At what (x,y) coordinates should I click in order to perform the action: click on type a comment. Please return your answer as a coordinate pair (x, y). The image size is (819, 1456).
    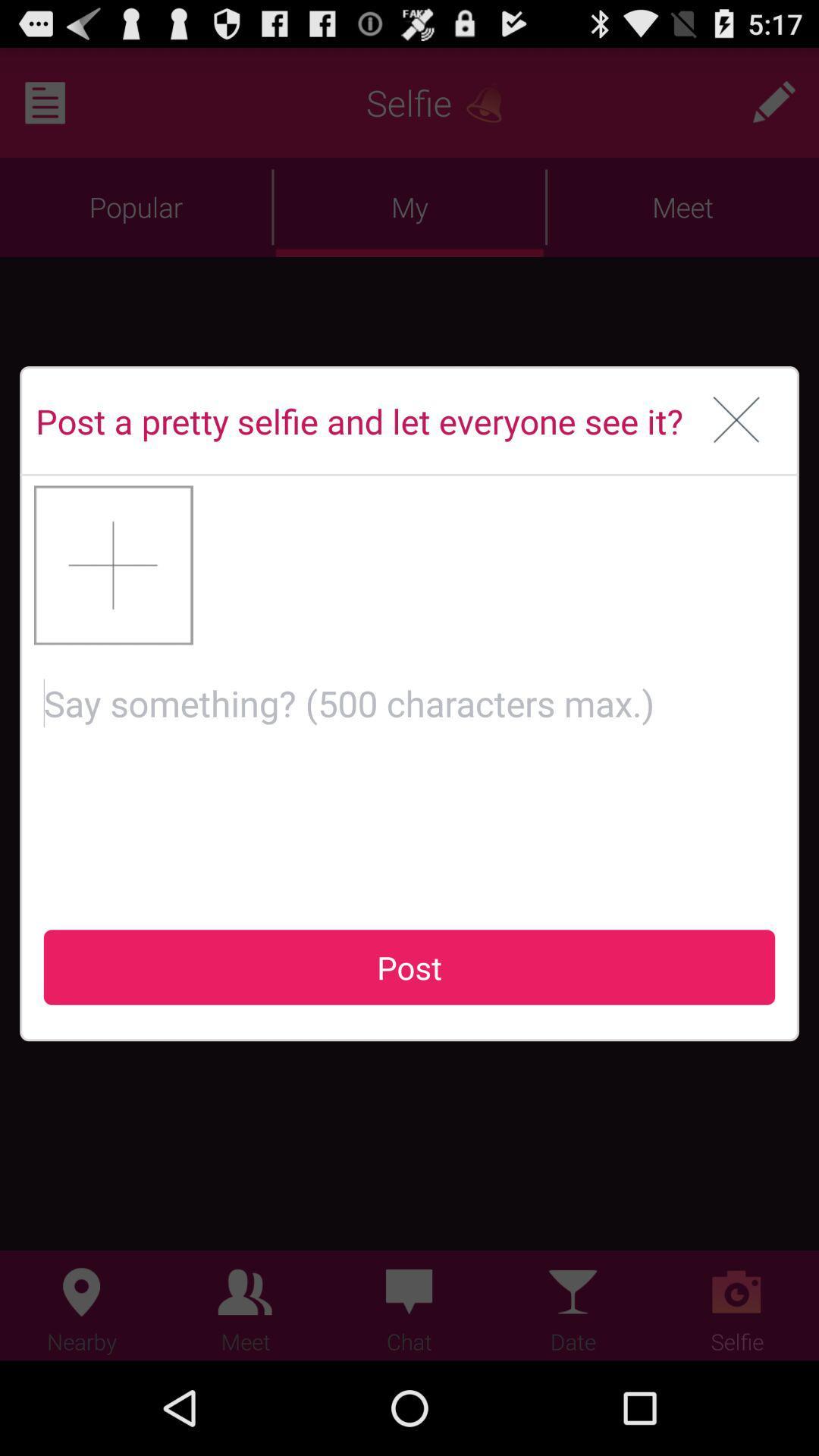
    Looking at the image, I should click on (409, 774).